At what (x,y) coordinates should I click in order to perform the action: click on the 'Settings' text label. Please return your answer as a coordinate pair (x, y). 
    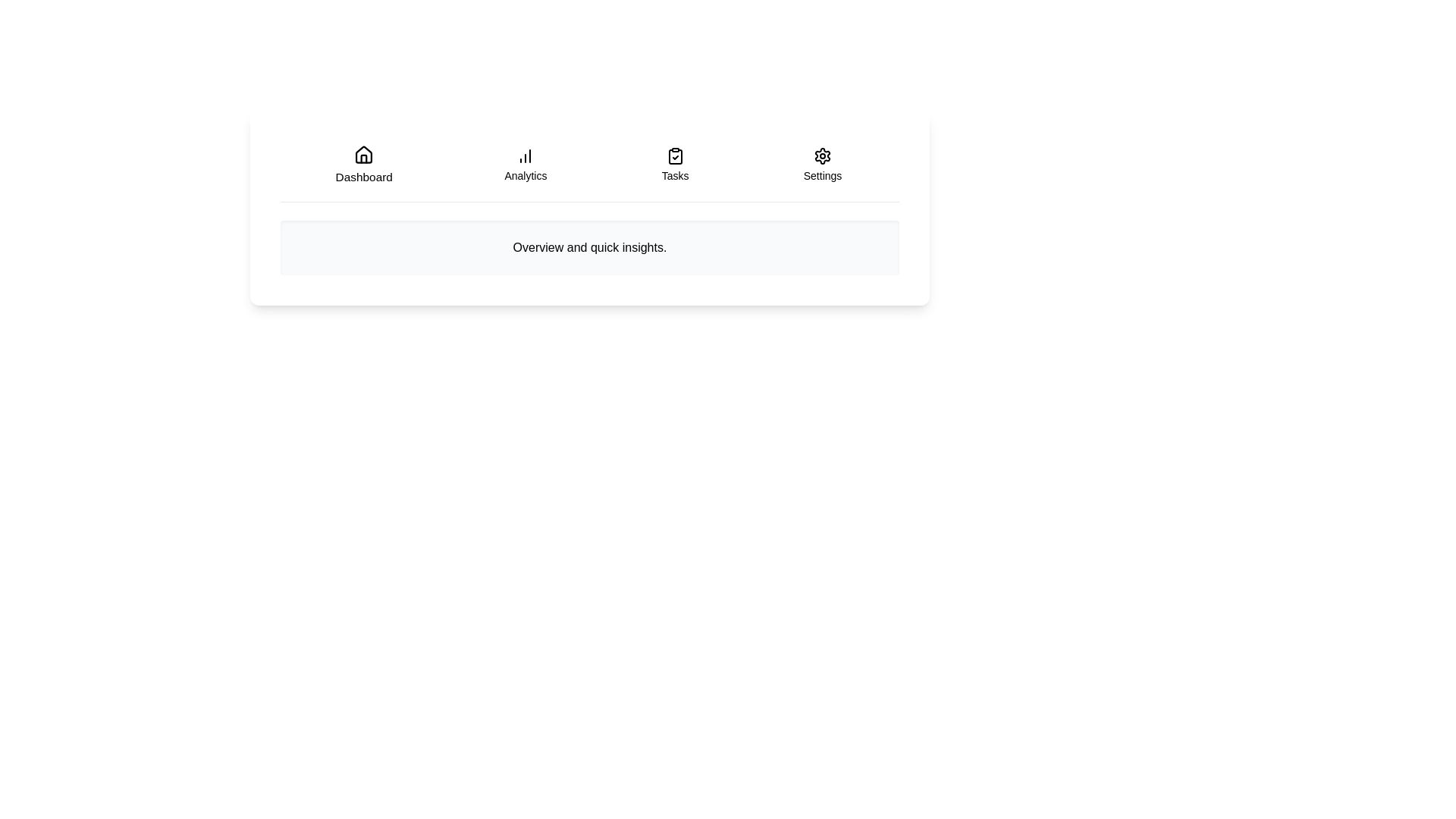
    Looking at the image, I should click on (821, 174).